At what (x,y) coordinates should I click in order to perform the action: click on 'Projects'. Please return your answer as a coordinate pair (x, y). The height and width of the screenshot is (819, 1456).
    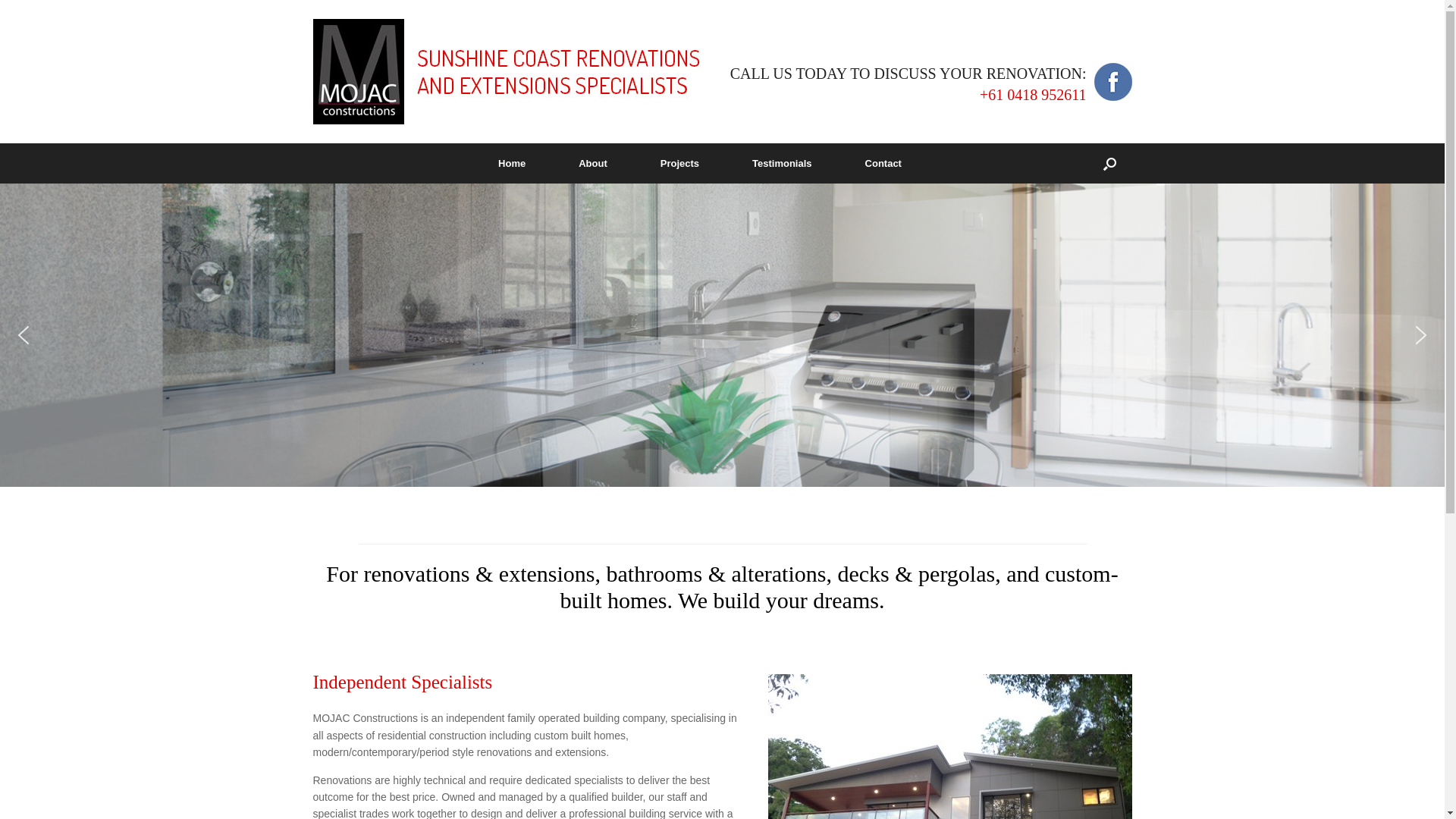
    Looking at the image, I should click on (679, 163).